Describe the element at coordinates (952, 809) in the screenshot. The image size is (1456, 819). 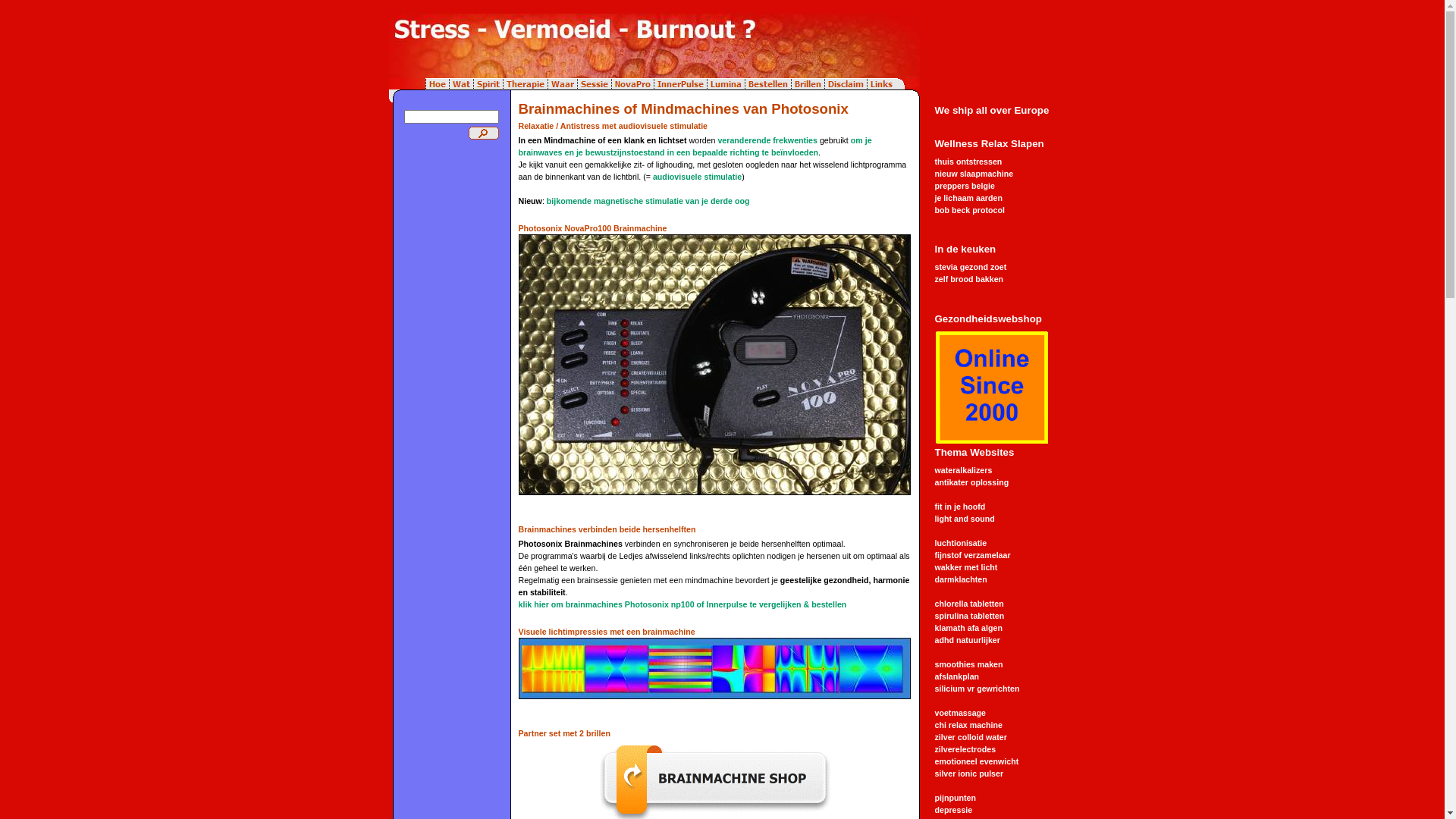
I see `'depressie'` at that location.